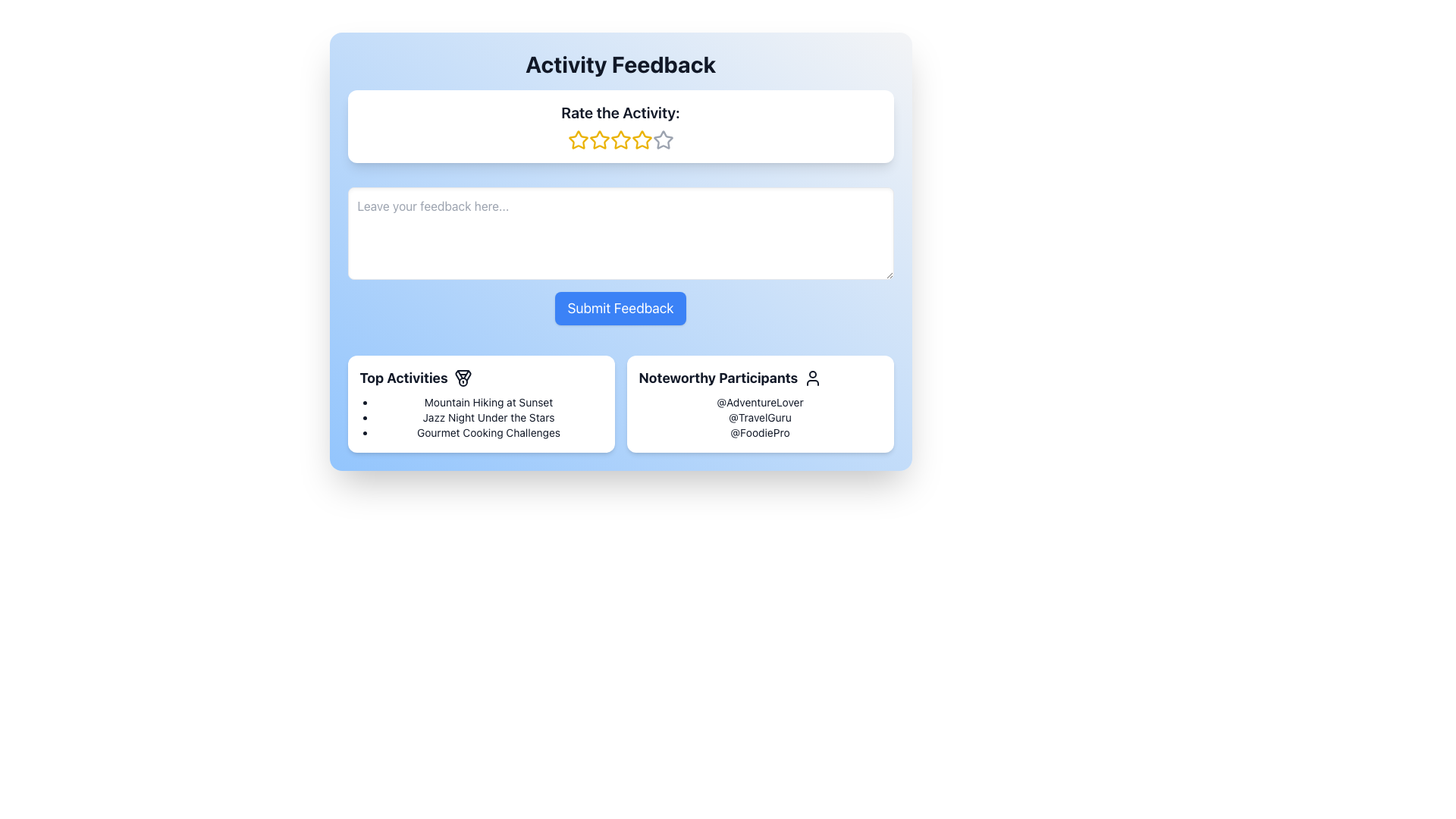 Image resolution: width=1456 pixels, height=819 pixels. I want to click on text label displaying '@FoodiePro', which is the third username in the list under 'Noteworthy Participants', so click(760, 432).